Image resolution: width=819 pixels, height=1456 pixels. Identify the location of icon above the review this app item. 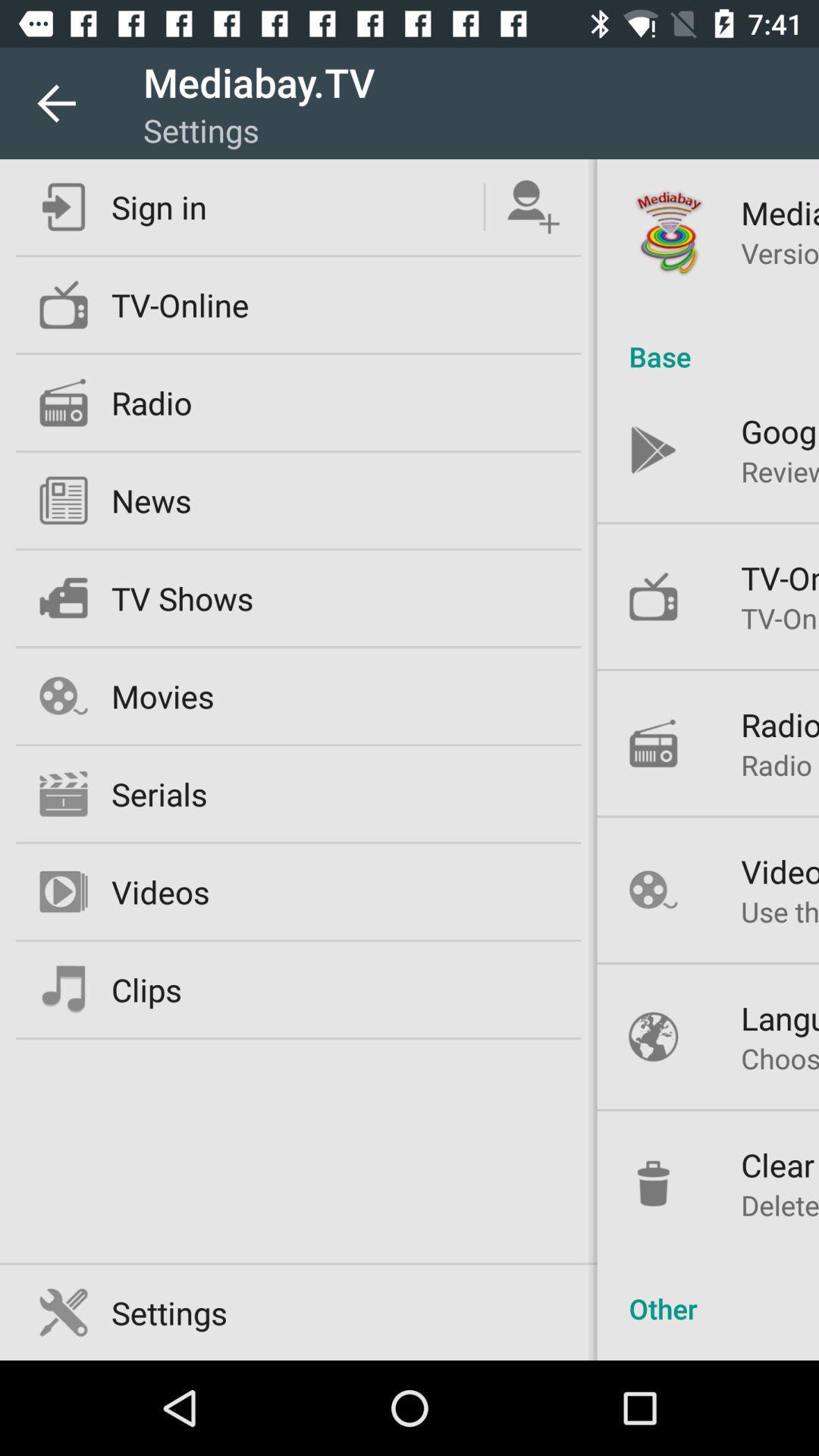
(780, 430).